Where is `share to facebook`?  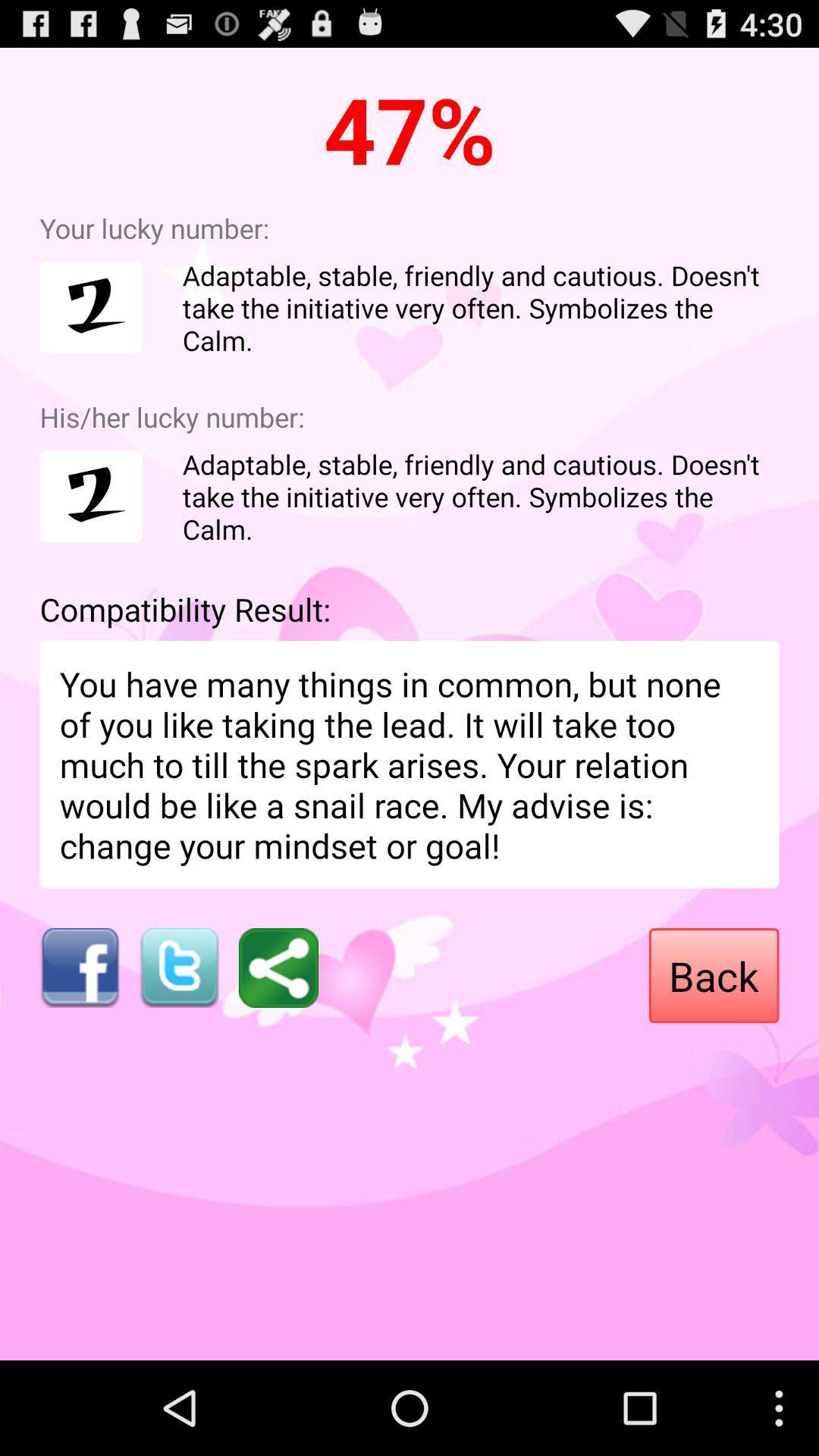
share to facebook is located at coordinates (79, 967).